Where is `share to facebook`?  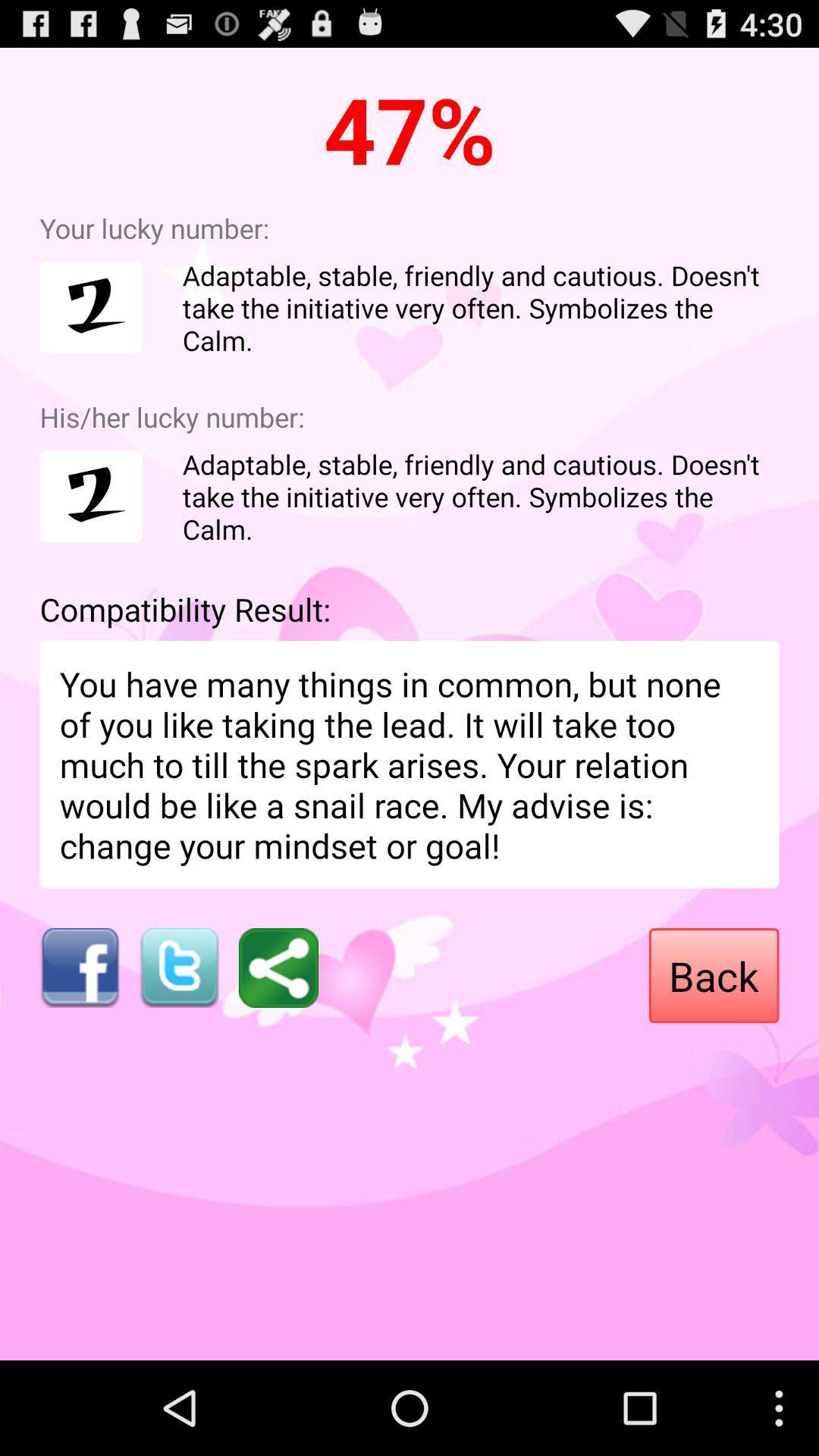
share to facebook is located at coordinates (79, 967).